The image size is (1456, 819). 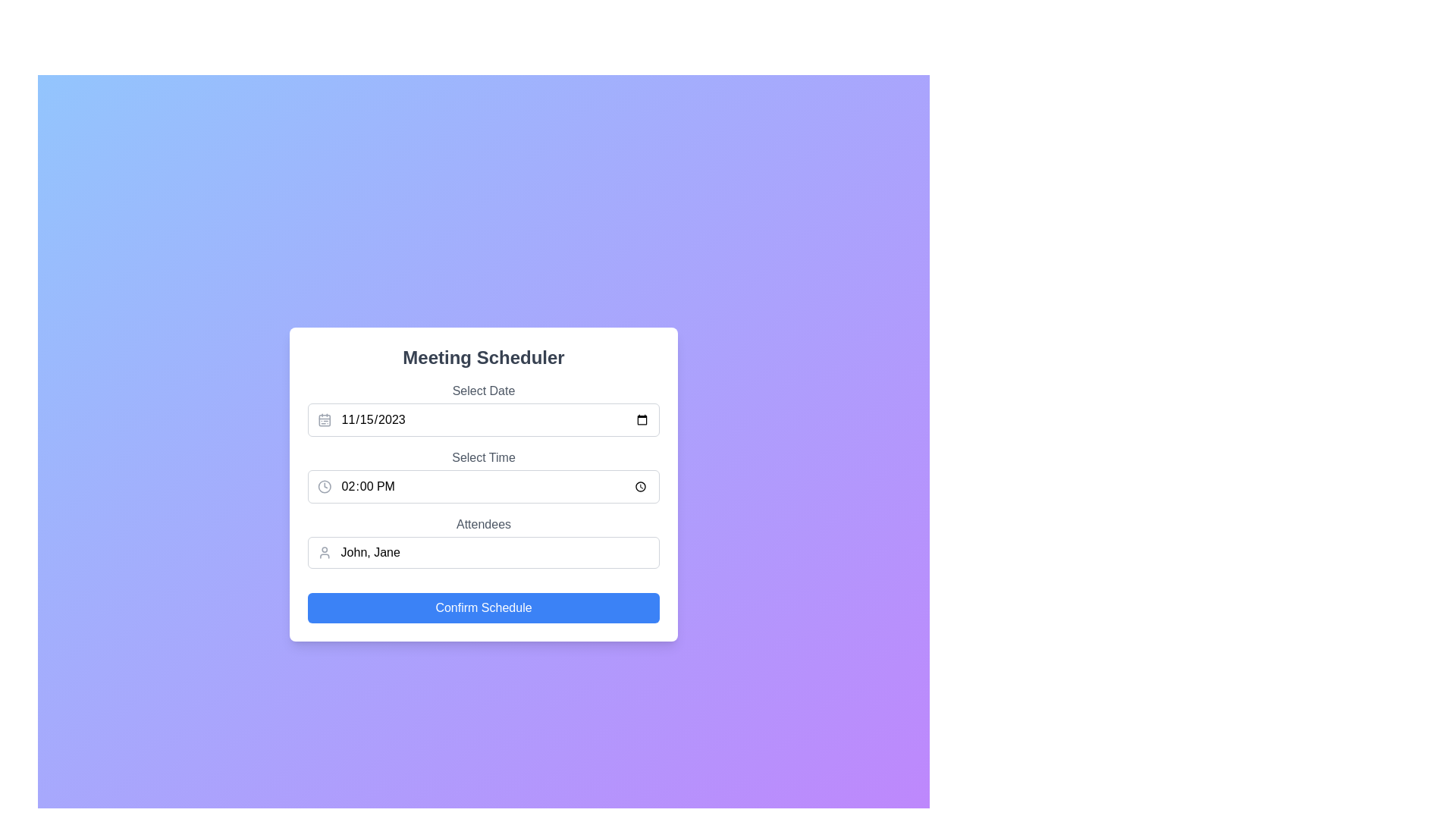 I want to click on the user icon, which is a light gray circular and vertical line design representing a person's head and shoulders, located at the beginning of the attendee input field adjacent to the names 'John, Jane', so click(x=324, y=553).